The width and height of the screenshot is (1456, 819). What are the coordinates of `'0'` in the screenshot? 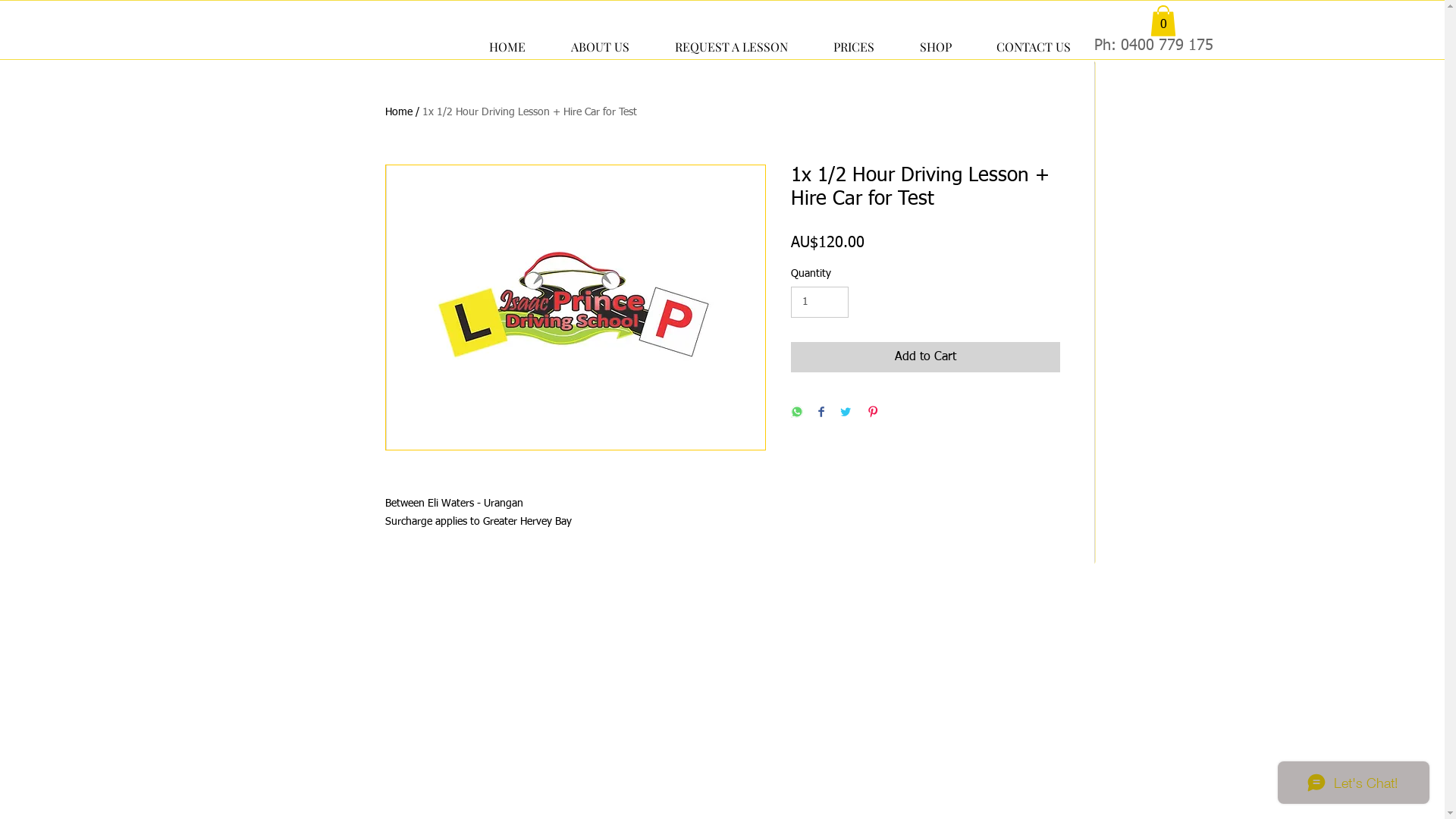 It's located at (1161, 20).